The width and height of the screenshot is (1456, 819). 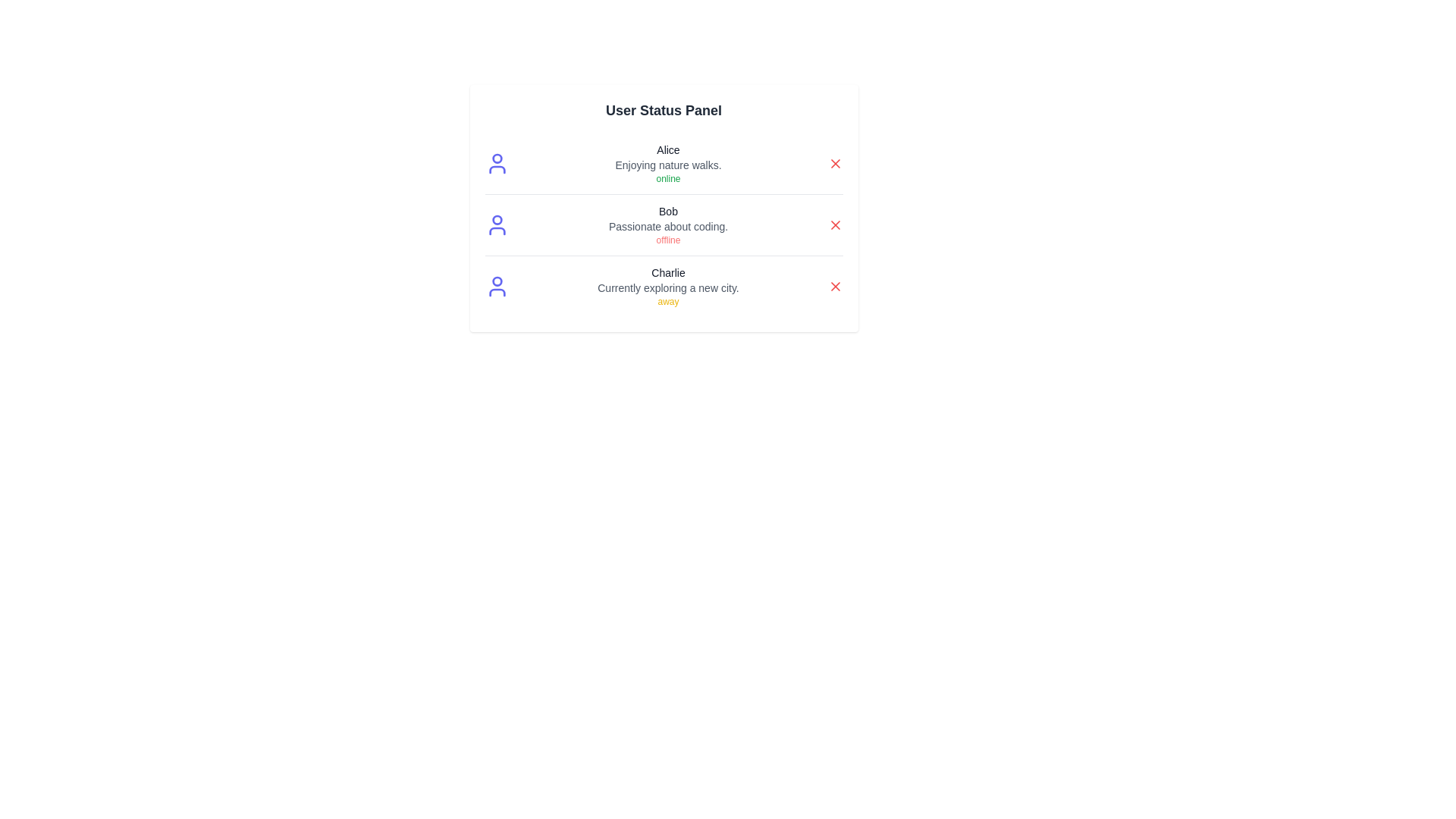 I want to click on the text header labeled 'User Status Panel', which is displayed in a large, bold, dark-gray font, positioned at the top of the user status information panel, so click(x=664, y=110).